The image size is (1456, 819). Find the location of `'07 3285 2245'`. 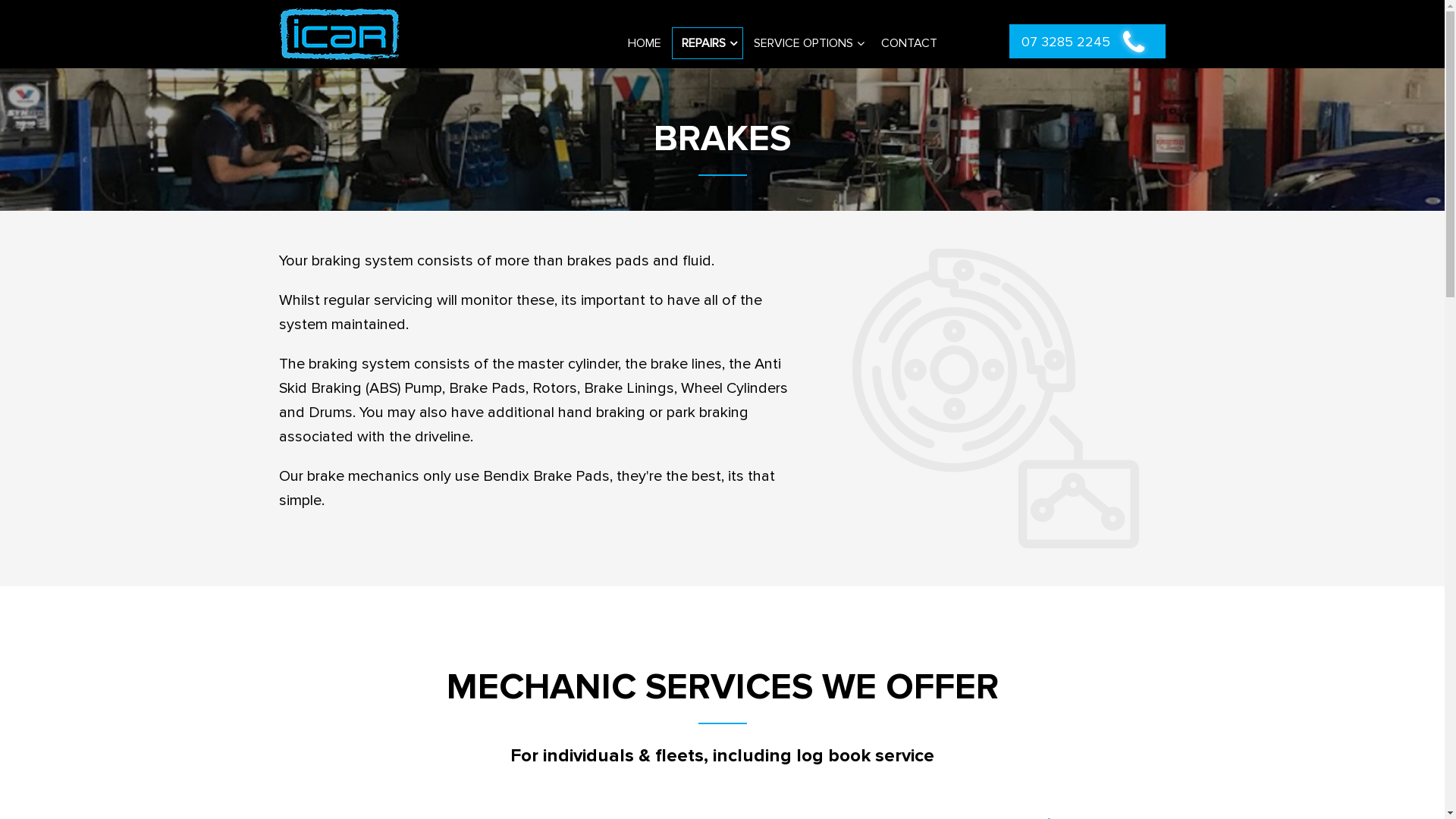

'07 3285 2245' is located at coordinates (1087, 40).